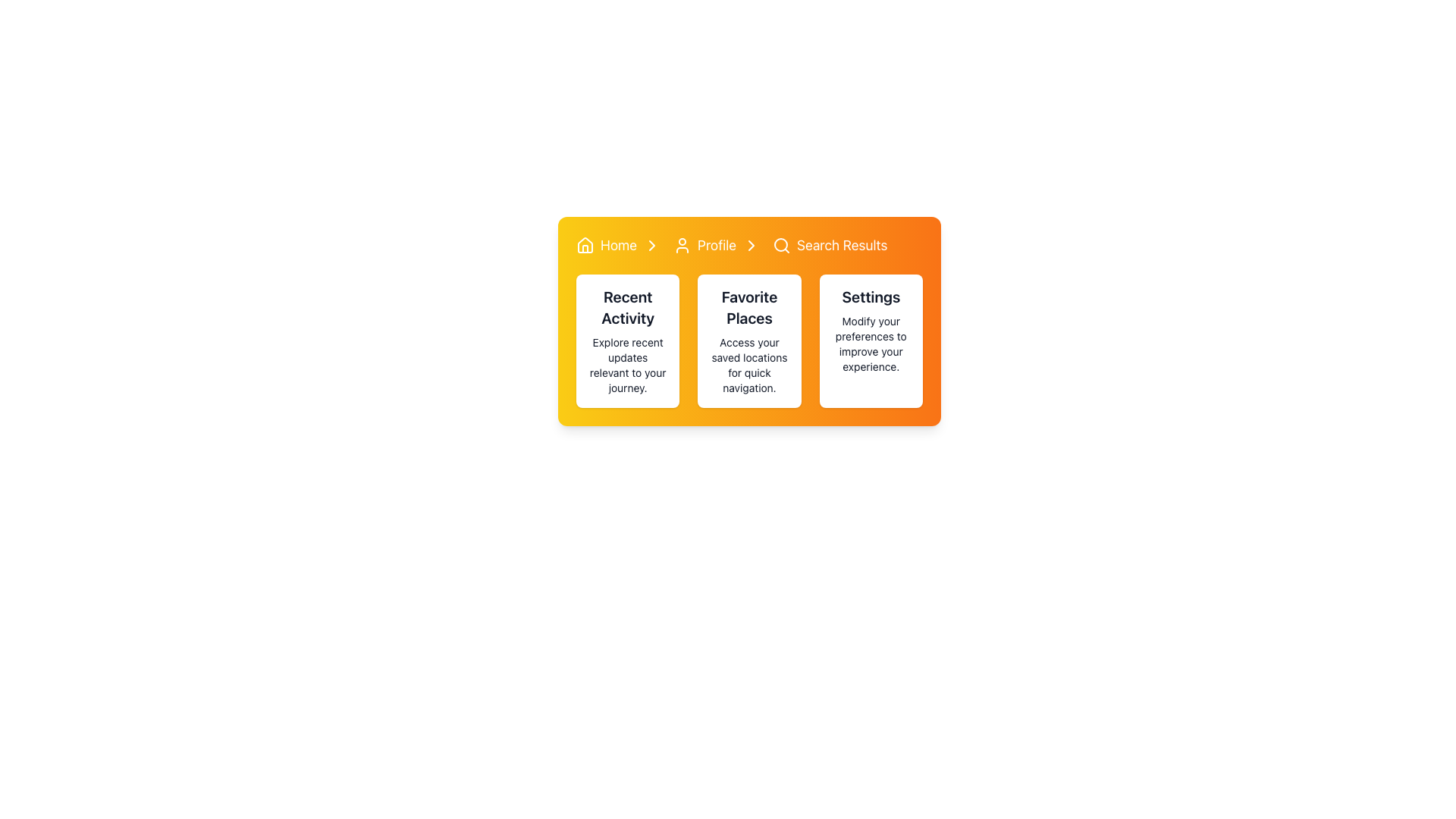 This screenshot has height=819, width=1456. What do you see at coordinates (619, 245) in the screenshot?
I see `the 'Home' breadcrumb navigation link located at the top left of the horizontal navigation menu` at bounding box center [619, 245].